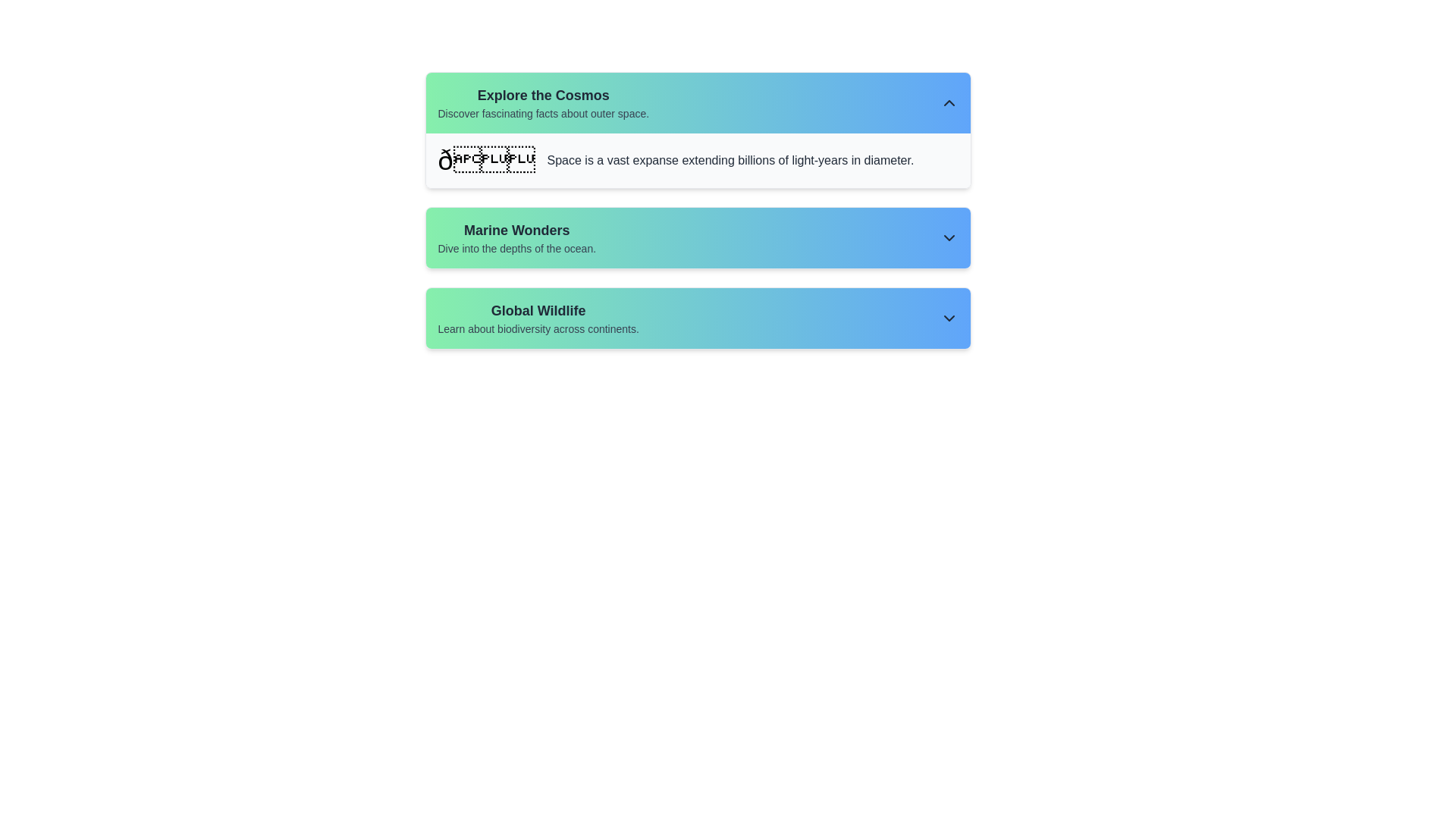 Image resolution: width=1456 pixels, height=819 pixels. I want to click on the chevron arrow icon located at the far-right side of the 'Explore the Cosmos' section, so click(948, 102).